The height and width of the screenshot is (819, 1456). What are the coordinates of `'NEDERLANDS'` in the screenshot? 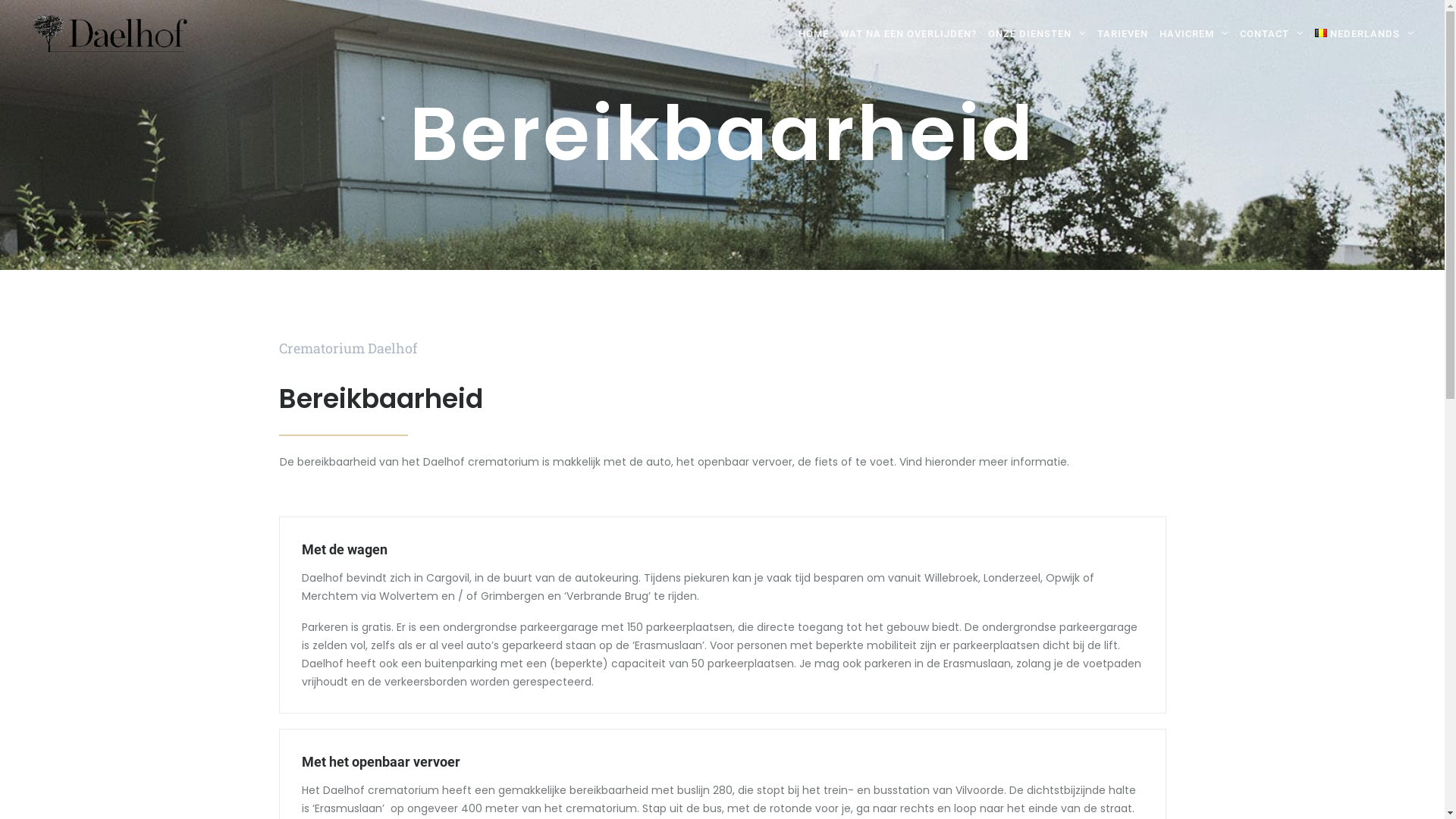 It's located at (1361, 34).